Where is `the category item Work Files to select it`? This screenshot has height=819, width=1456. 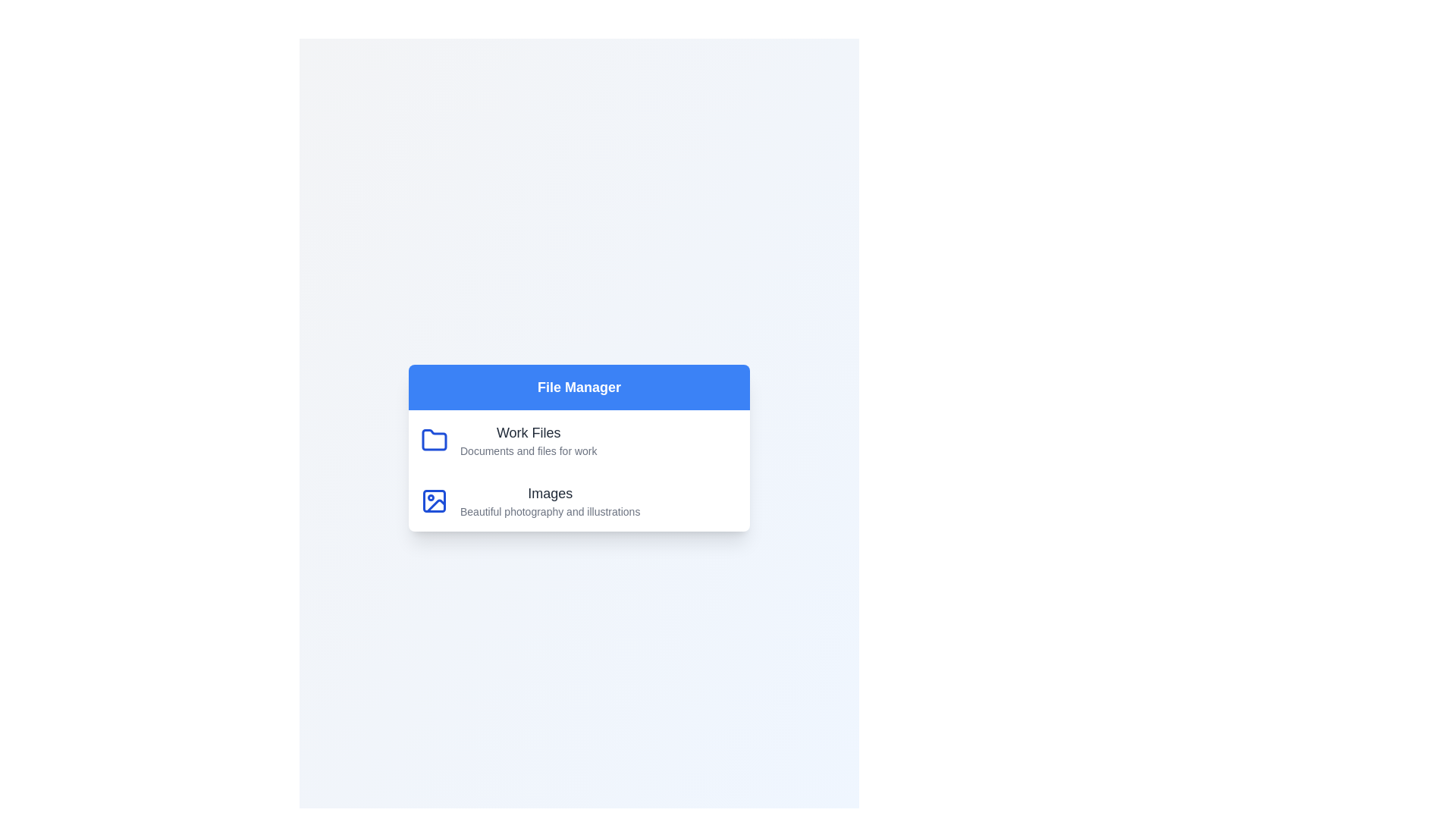 the category item Work Files to select it is located at coordinates (578, 441).